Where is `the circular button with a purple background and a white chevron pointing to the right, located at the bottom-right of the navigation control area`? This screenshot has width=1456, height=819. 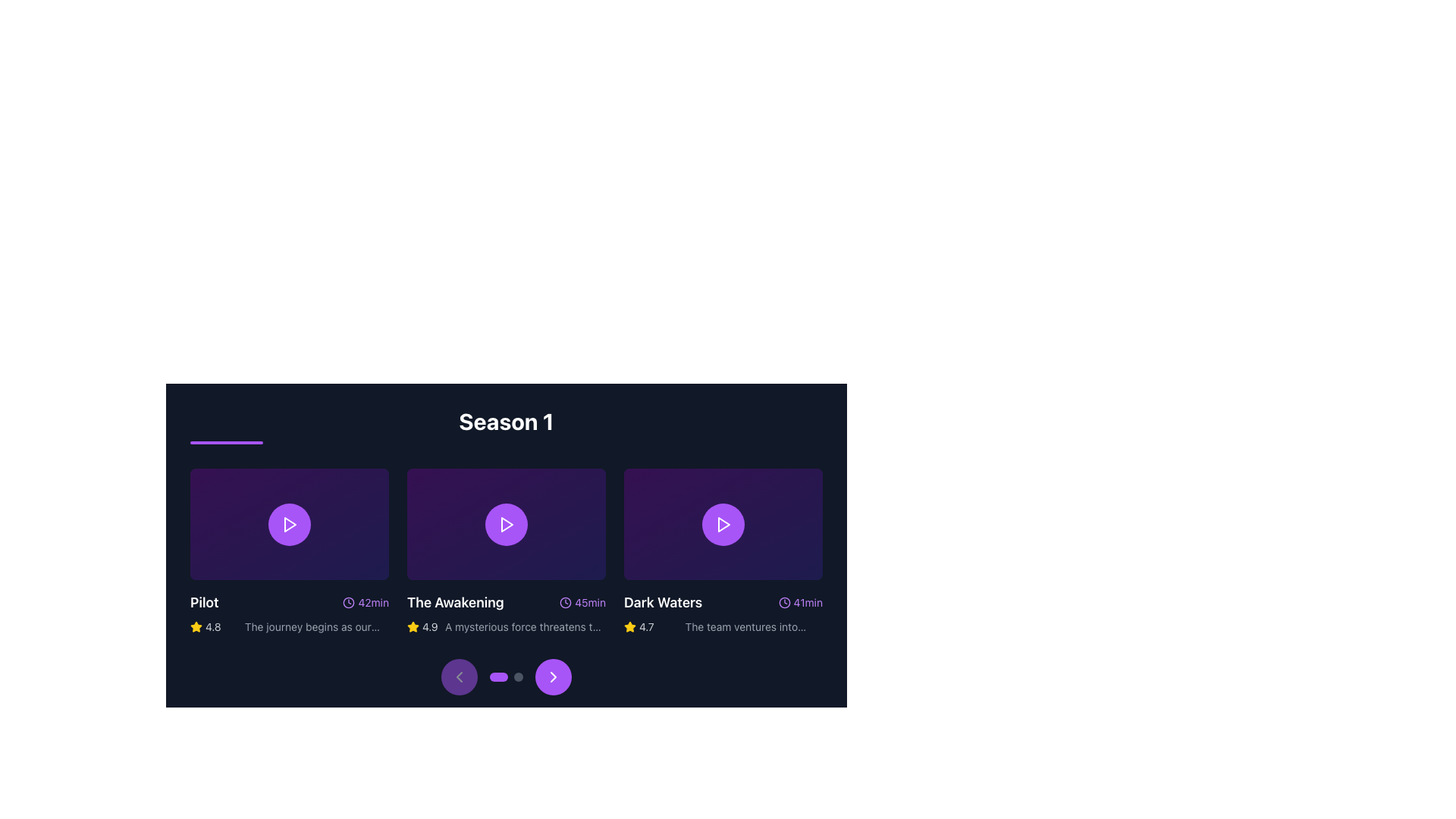
the circular button with a purple background and a white chevron pointing to the right, located at the bottom-right of the navigation control area is located at coordinates (552, 676).